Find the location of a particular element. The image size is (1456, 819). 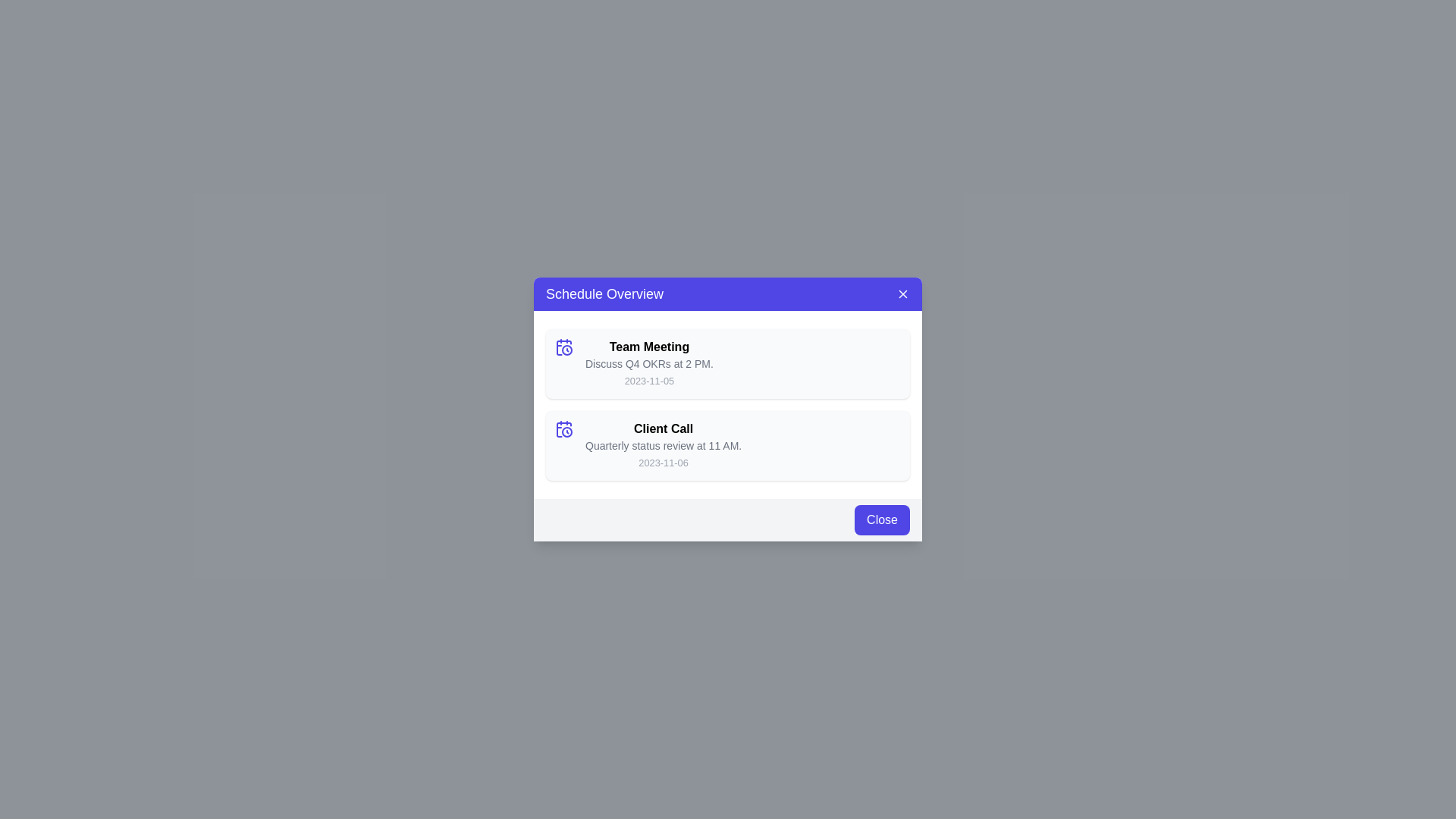

the event items in the 'Schedule Overview' modal dialog box is located at coordinates (728, 409).